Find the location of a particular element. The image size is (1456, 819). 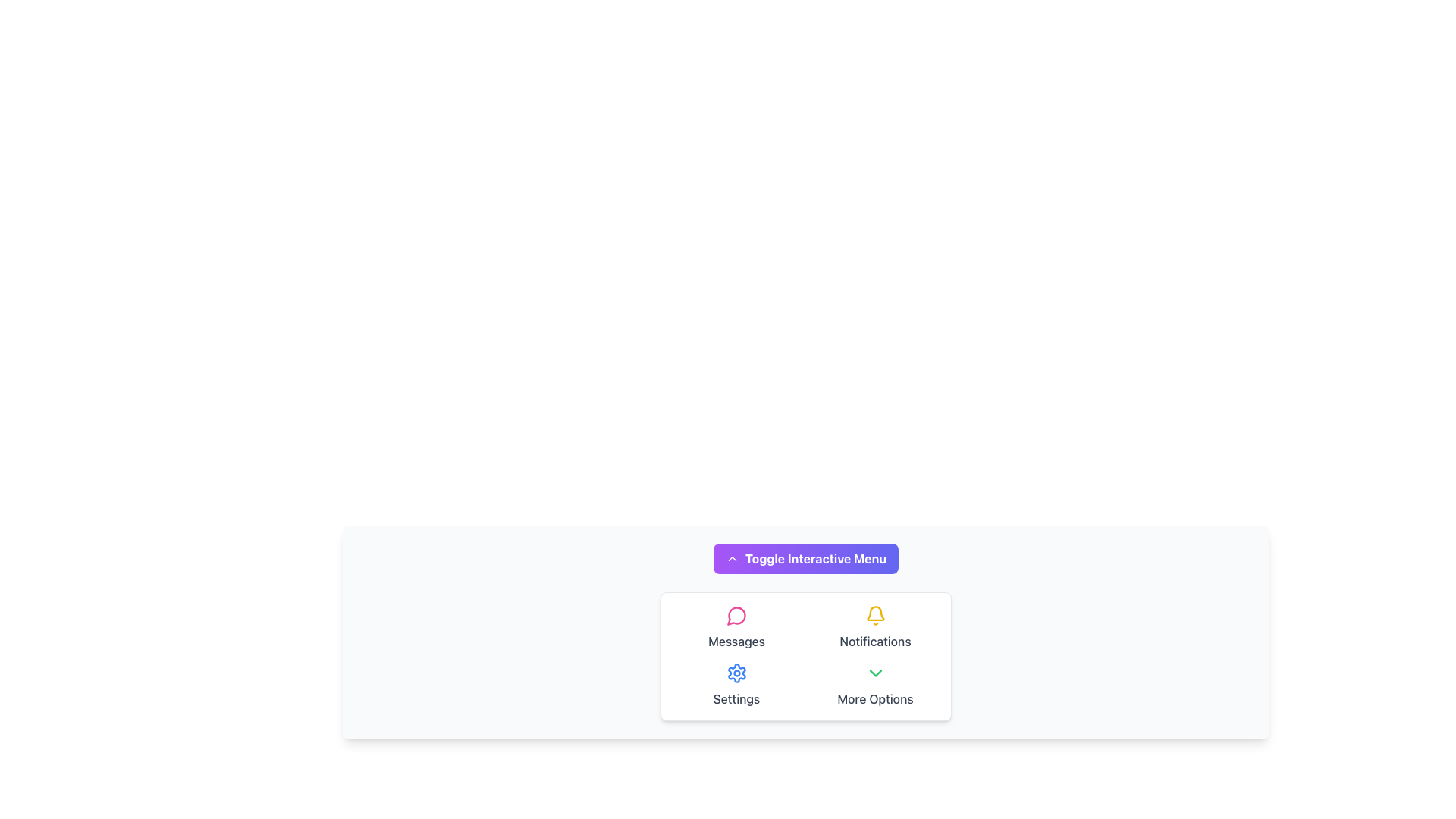

the Text Label that describes the notifications functionality, located below the bell icon in the options menu, which is the third option from the left is located at coordinates (875, 641).